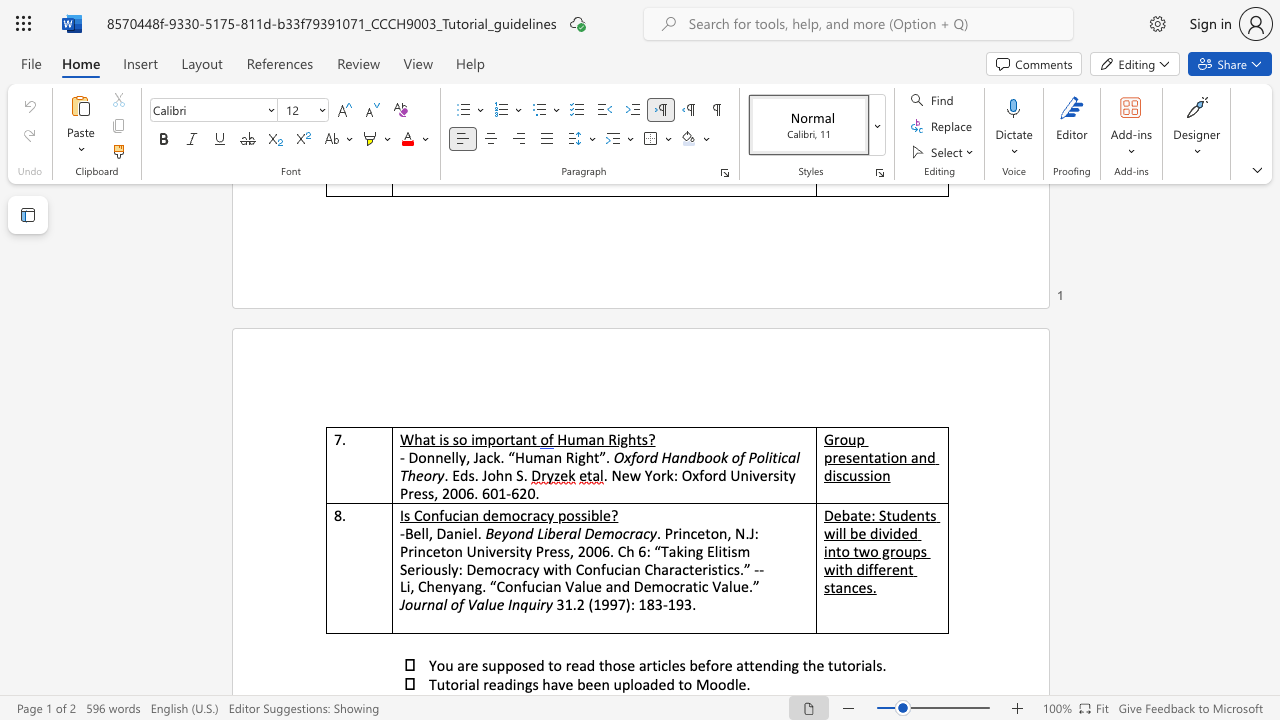  What do you see at coordinates (629, 603) in the screenshot?
I see `the subset text ": 183-193." within the text "31.2 (1997): 183-193."` at bounding box center [629, 603].